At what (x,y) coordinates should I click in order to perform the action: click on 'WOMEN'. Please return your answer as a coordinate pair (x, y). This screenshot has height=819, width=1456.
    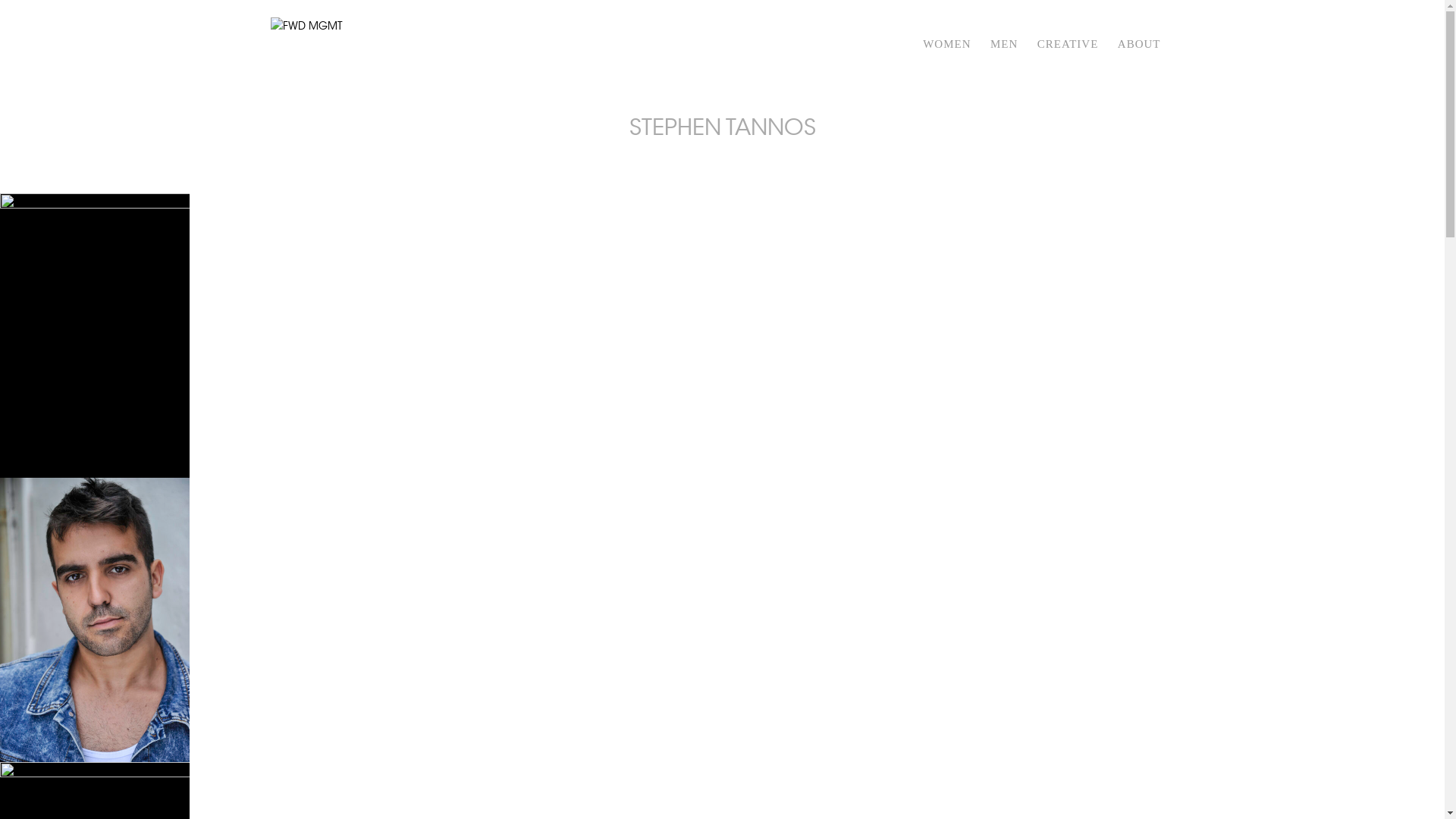
    Looking at the image, I should click on (946, 62).